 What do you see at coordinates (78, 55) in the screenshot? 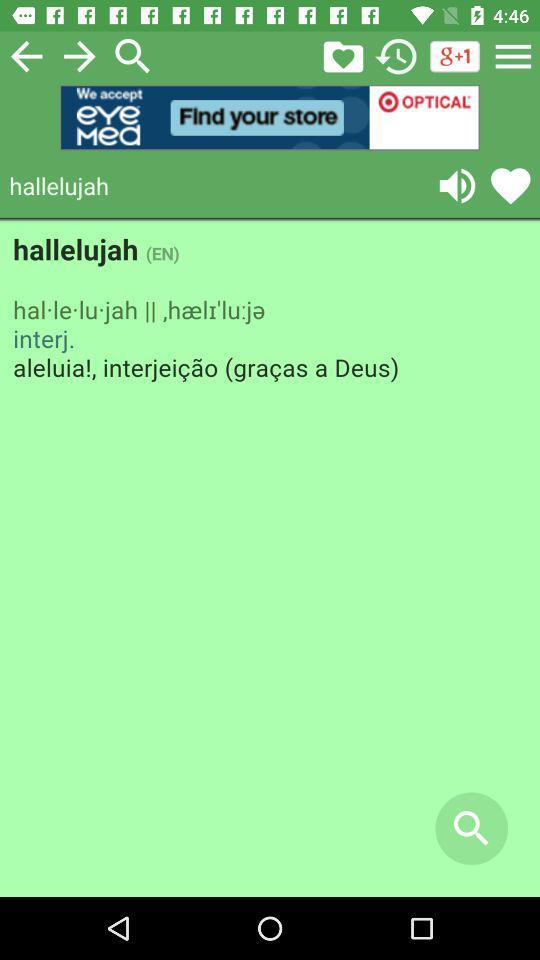
I see `next page` at bounding box center [78, 55].